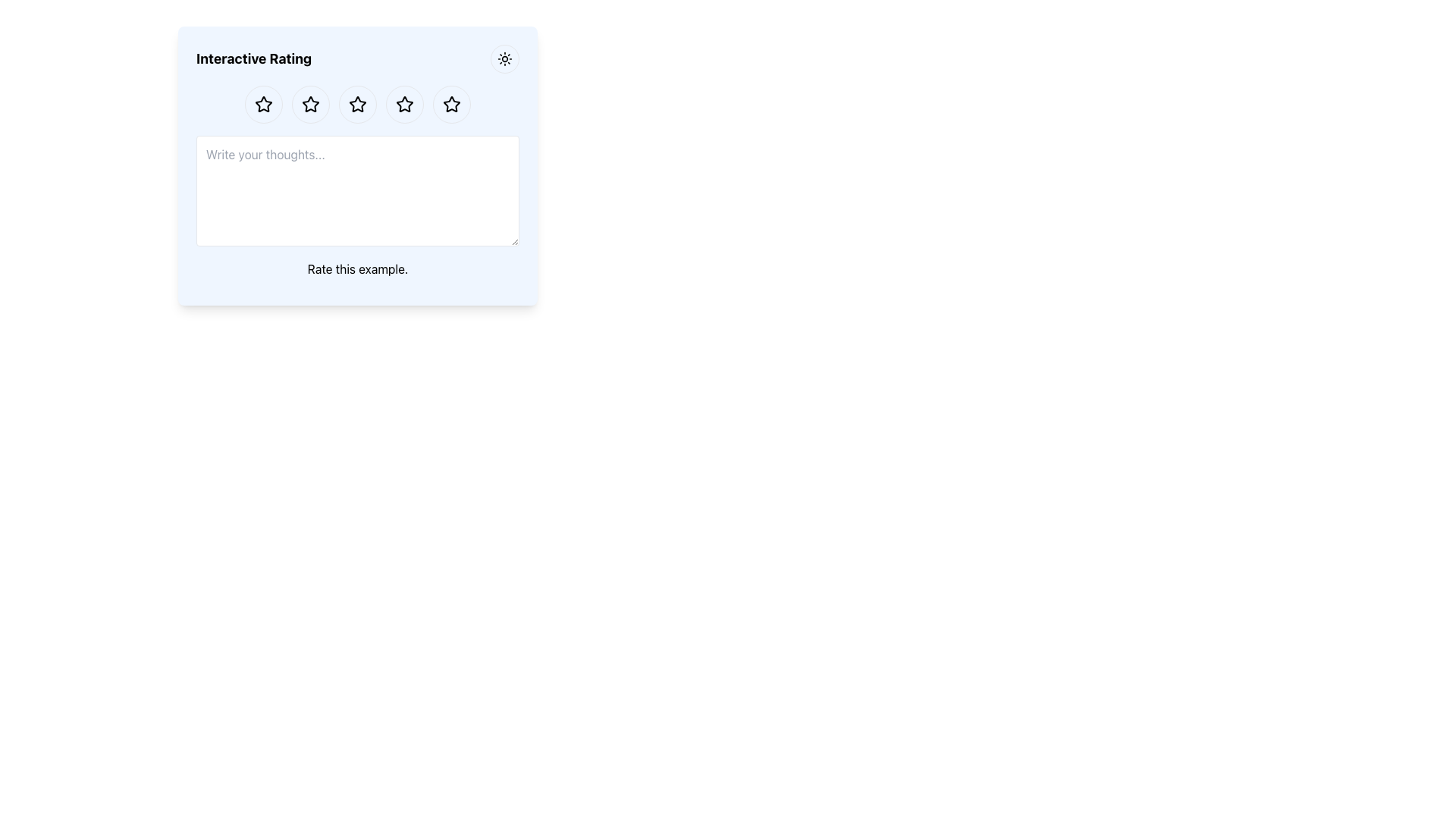 The image size is (1456, 819). Describe the element at coordinates (263, 104) in the screenshot. I see `the first interactive star icon in the rating component` at that location.